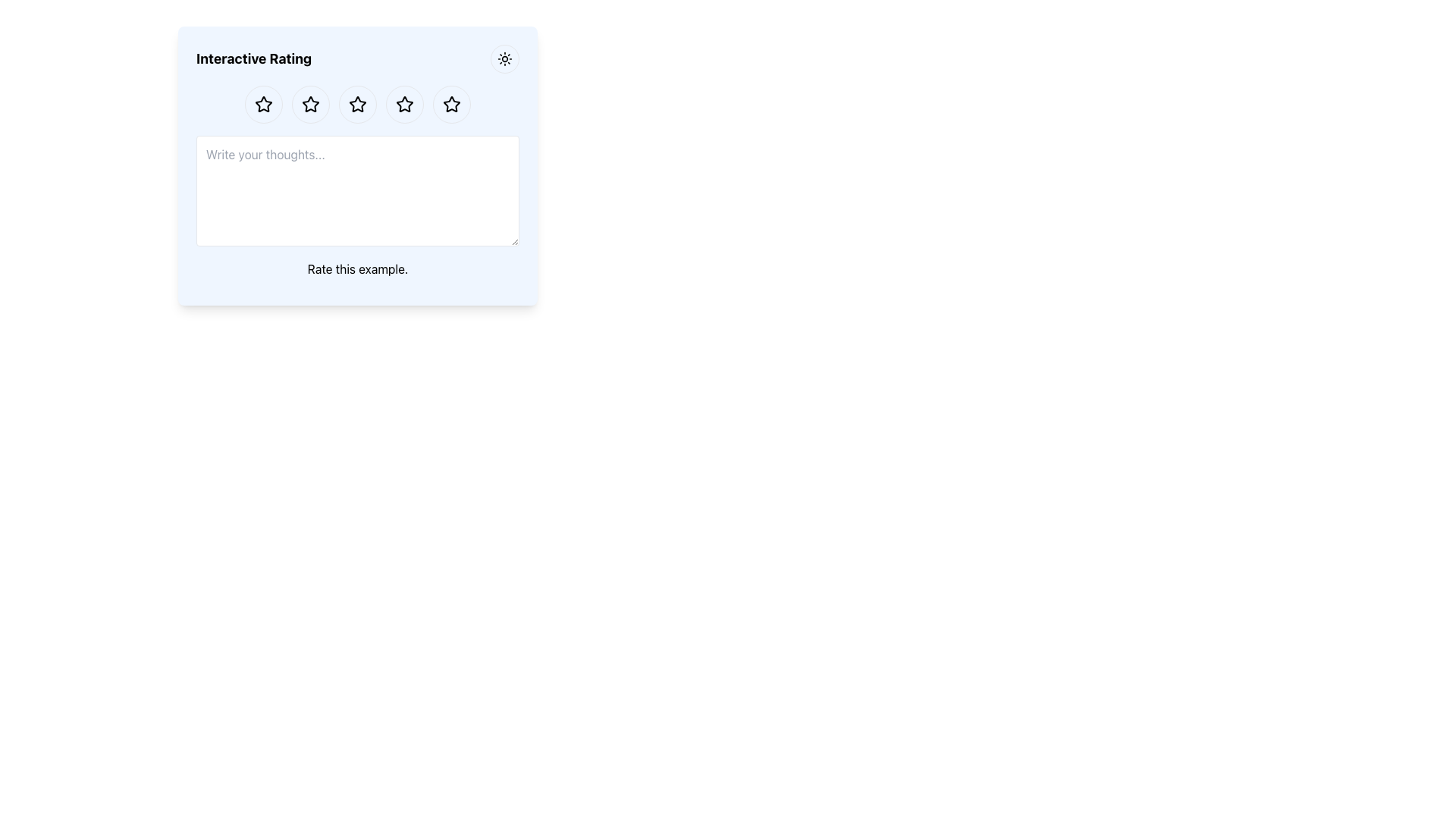 The image size is (1456, 819). Describe the element at coordinates (263, 104) in the screenshot. I see `the first interactive star icon in the rating component` at that location.